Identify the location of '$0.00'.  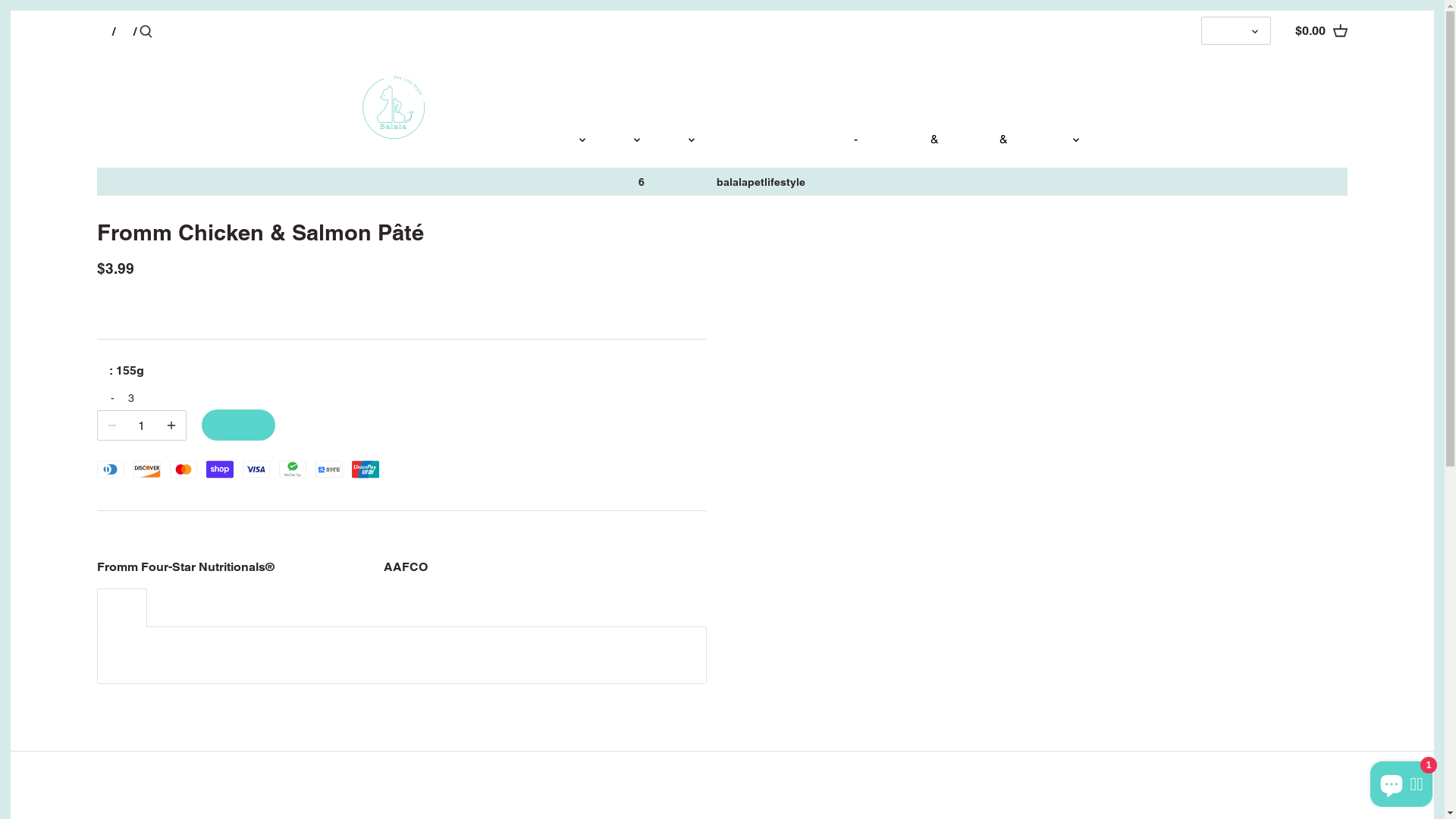
(1320, 31).